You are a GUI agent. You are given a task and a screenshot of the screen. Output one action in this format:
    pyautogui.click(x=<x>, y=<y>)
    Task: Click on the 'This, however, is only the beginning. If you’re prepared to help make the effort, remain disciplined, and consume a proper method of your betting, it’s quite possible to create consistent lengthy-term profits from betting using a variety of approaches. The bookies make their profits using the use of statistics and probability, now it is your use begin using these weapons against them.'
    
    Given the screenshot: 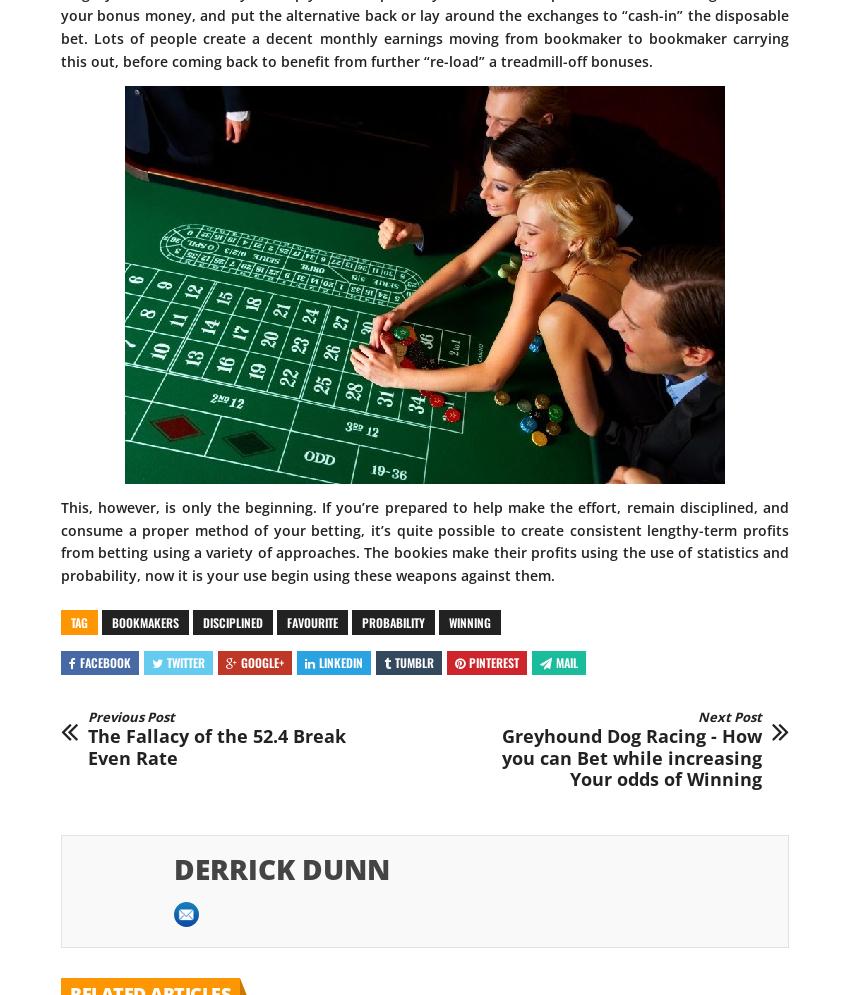 What is the action you would take?
    pyautogui.click(x=425, y=540)
    